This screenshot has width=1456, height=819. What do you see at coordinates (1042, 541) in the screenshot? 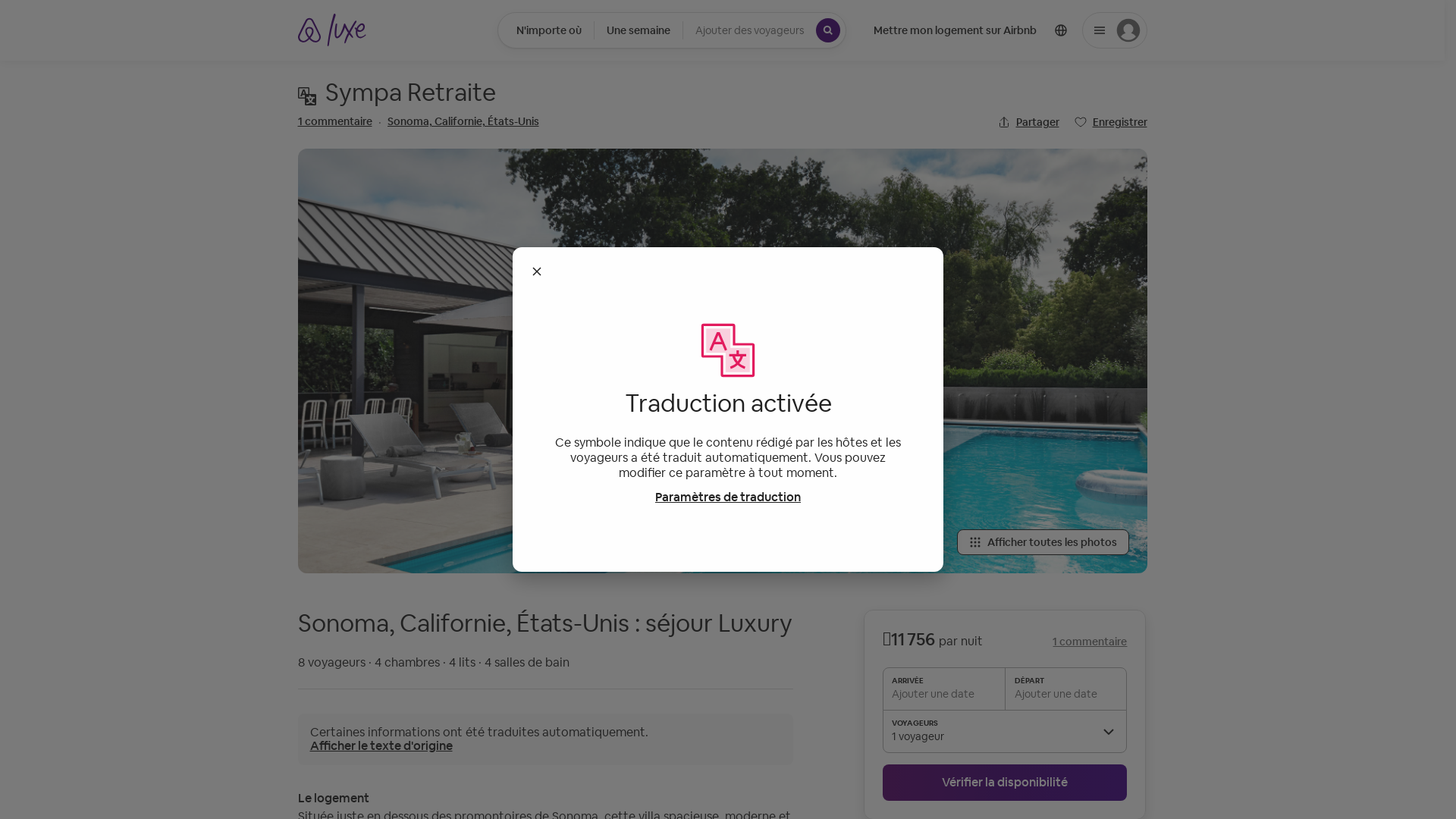
I see `'Afficher toutes les photos'` at bounding box center [1042, 541].